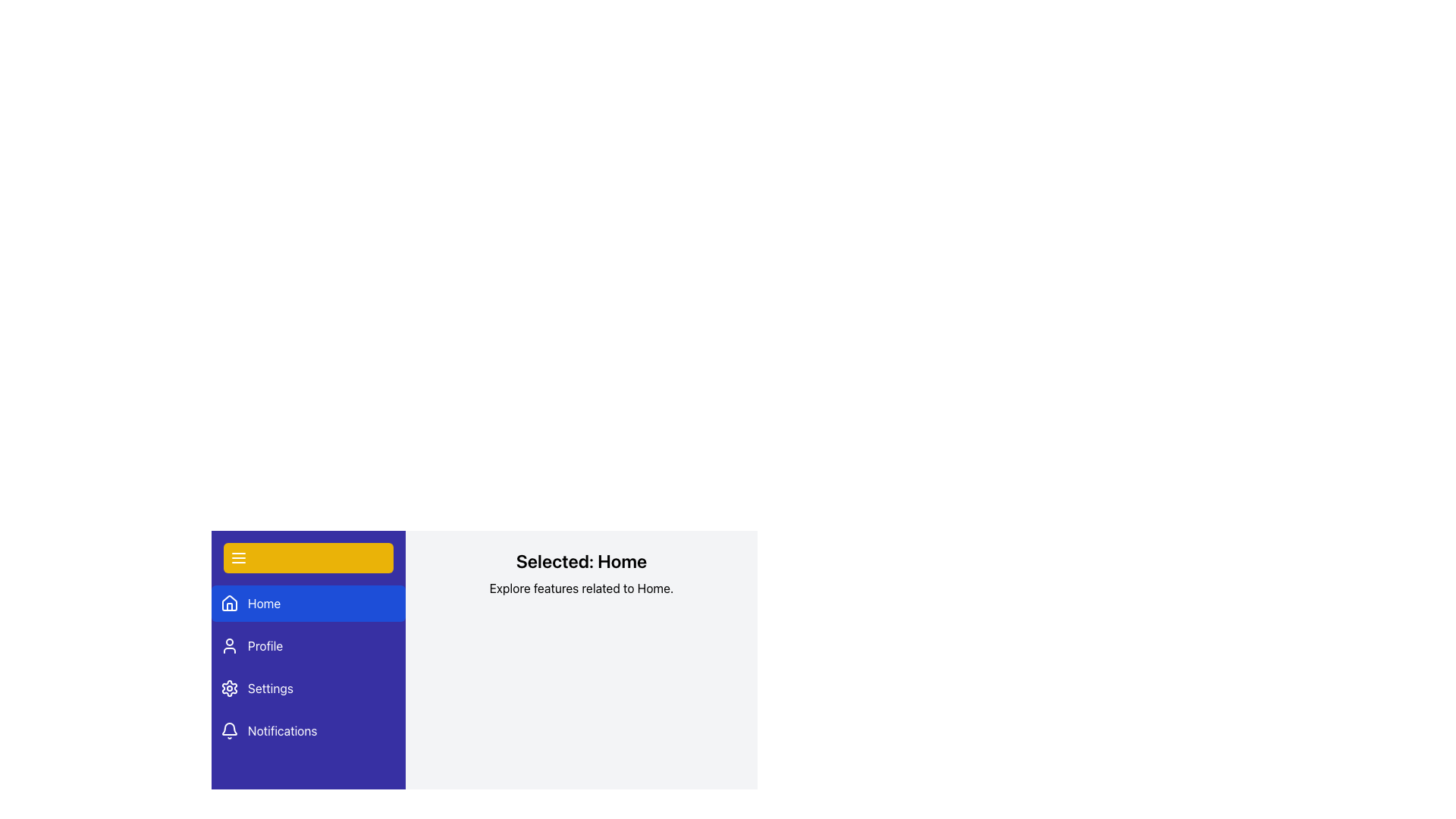 Image resolution: width=1456 pixels, height=819 pixels. Describe the element at coordinates (228, 730) in the screenshot. I see `the notification icon located in the 'Notifications' menu item in the vertical side navigation bar, positioned to the left of the label 'Notifications'` at that location.